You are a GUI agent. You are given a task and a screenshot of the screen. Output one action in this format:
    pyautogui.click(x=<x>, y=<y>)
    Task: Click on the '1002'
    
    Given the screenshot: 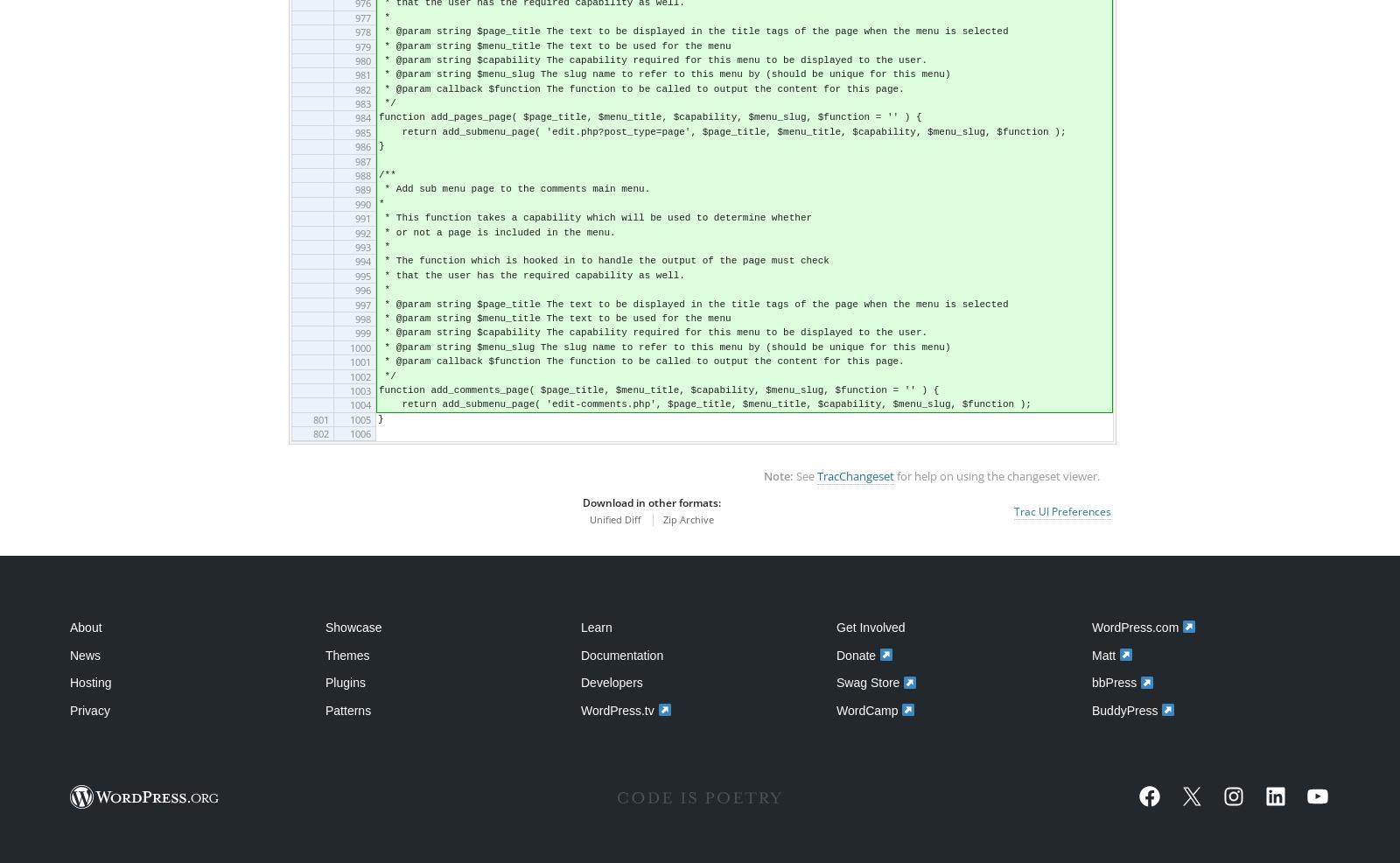 What is the action you would take?
    pyautogui.click(x=359, y=375)
    